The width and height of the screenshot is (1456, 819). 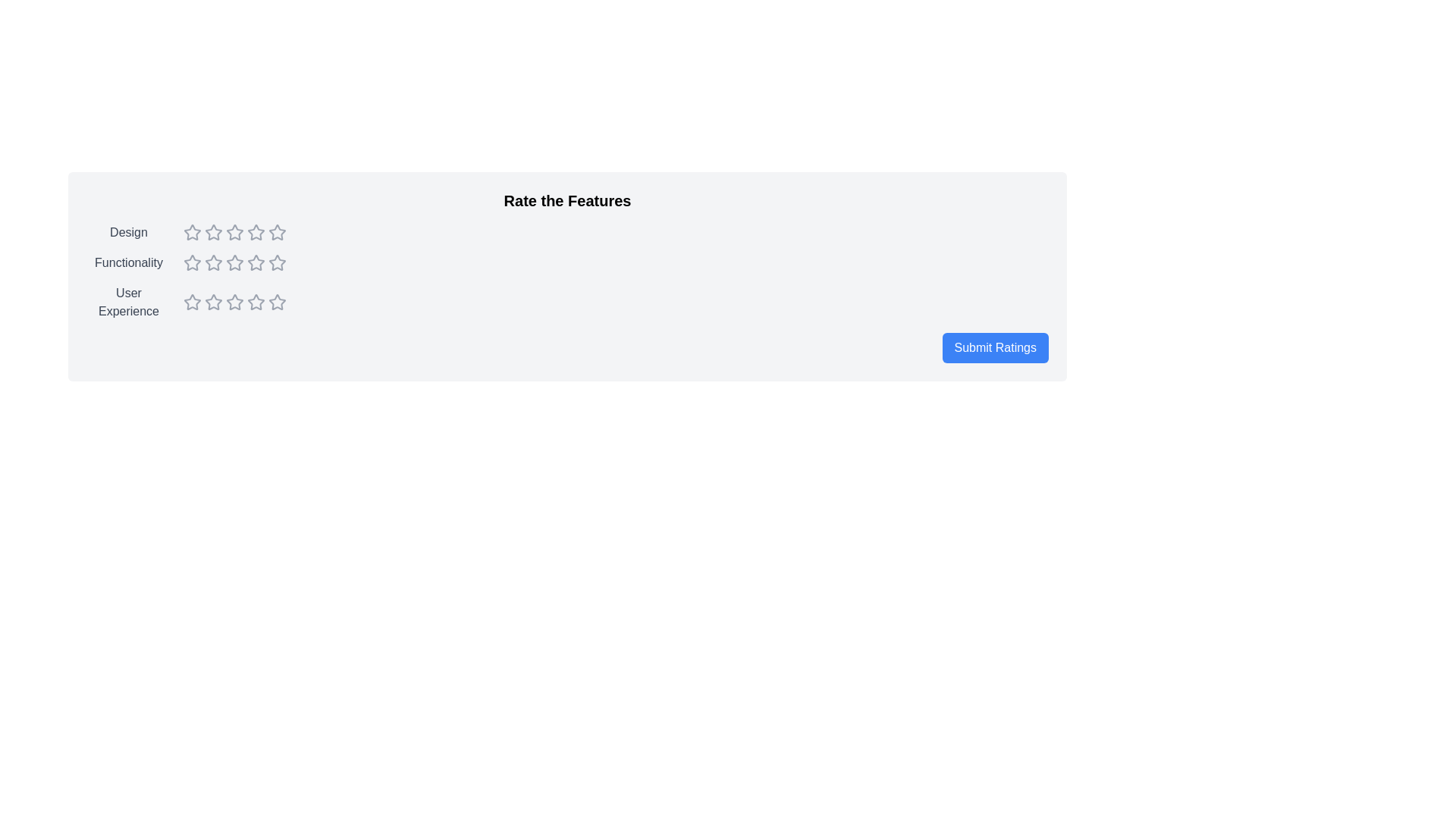 What do you see at coordinates (192, 233) in the screenshot?
I see `the first star icon in the ratings component representing the 'Design' criterion, which has a gray outline with no fill` at bounding box center [192, 233].